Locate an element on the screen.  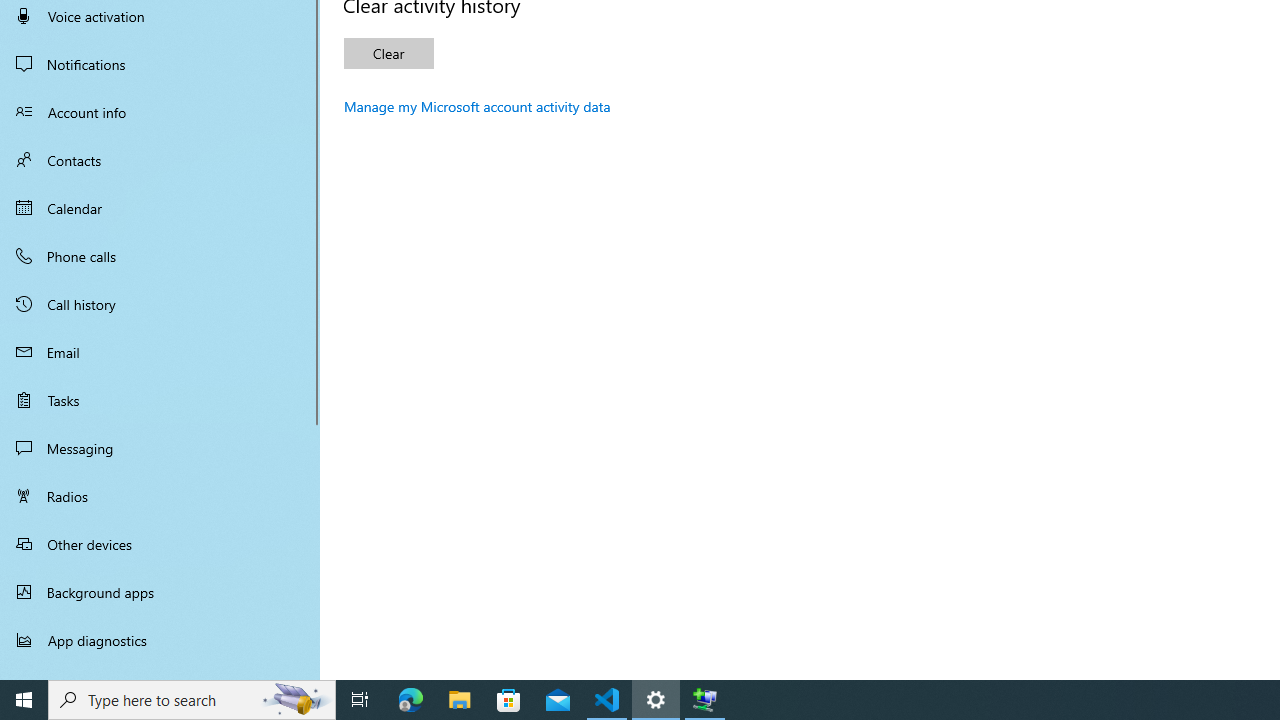
'Extensible Wizards Host Process - 1 running window' is located at coordinates (705, 698).